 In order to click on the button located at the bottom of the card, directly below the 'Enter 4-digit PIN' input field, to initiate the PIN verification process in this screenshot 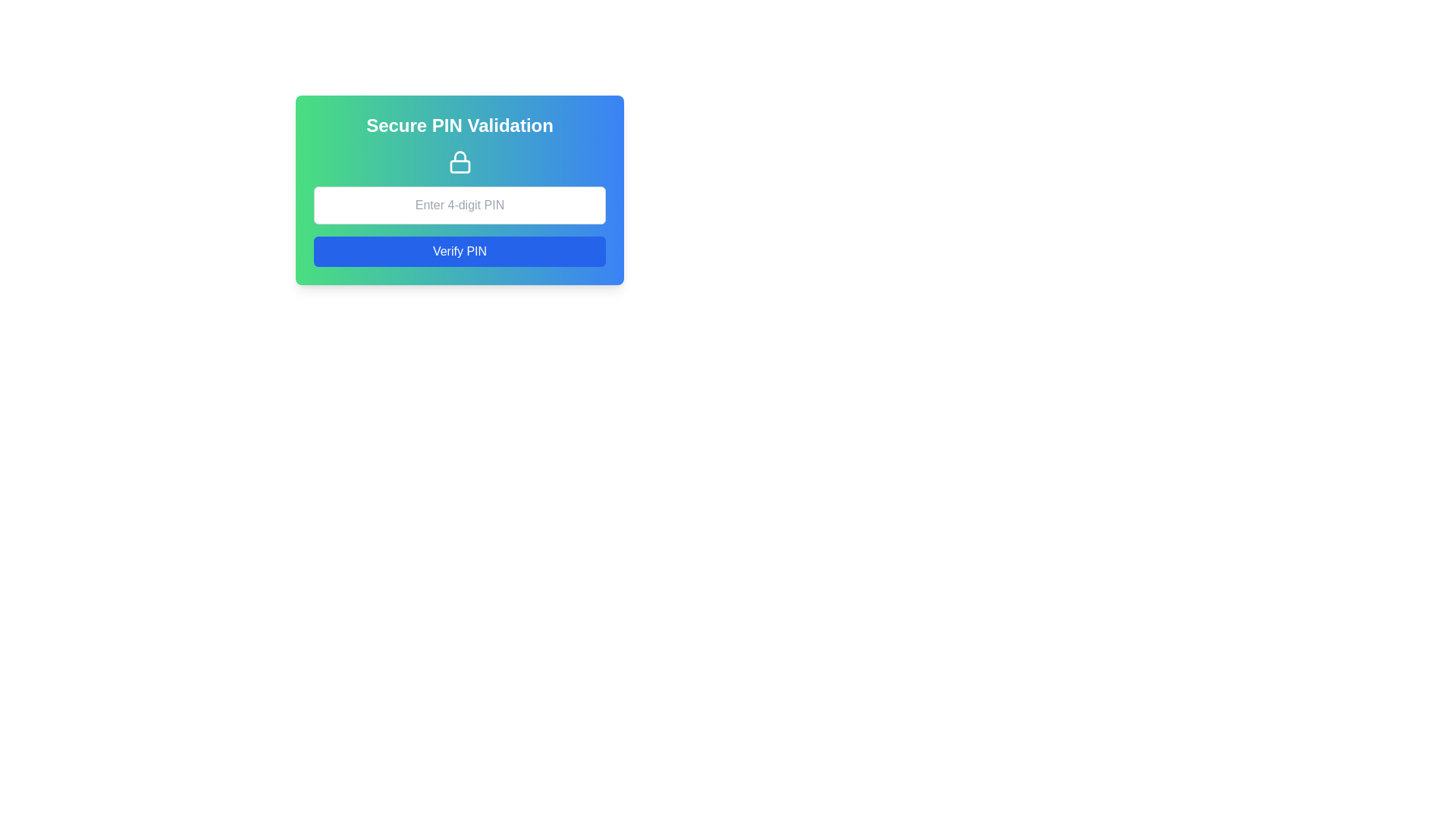, I will do `click(459, 250)`.